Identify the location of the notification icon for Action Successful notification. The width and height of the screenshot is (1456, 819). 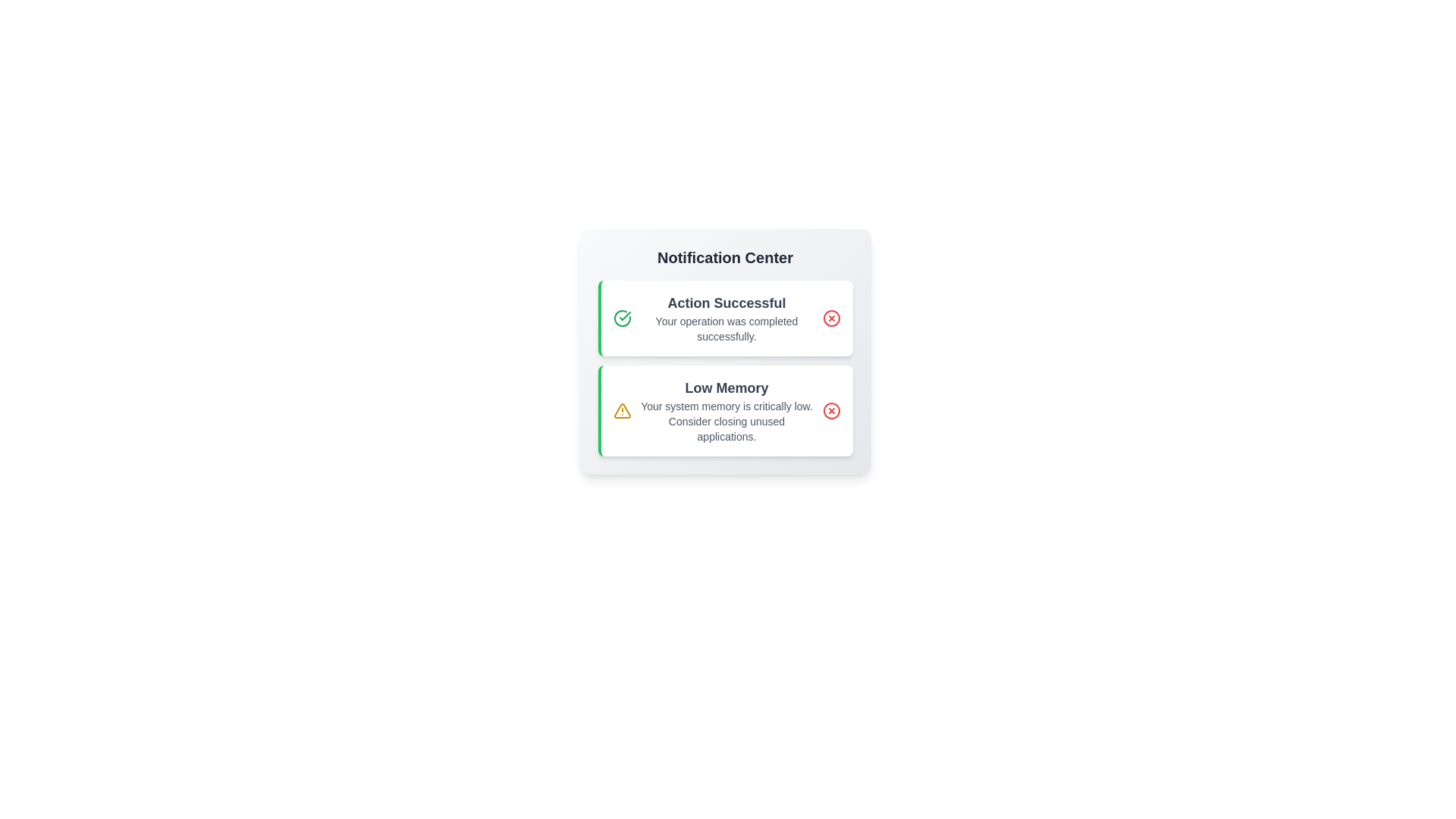
(622, 318).